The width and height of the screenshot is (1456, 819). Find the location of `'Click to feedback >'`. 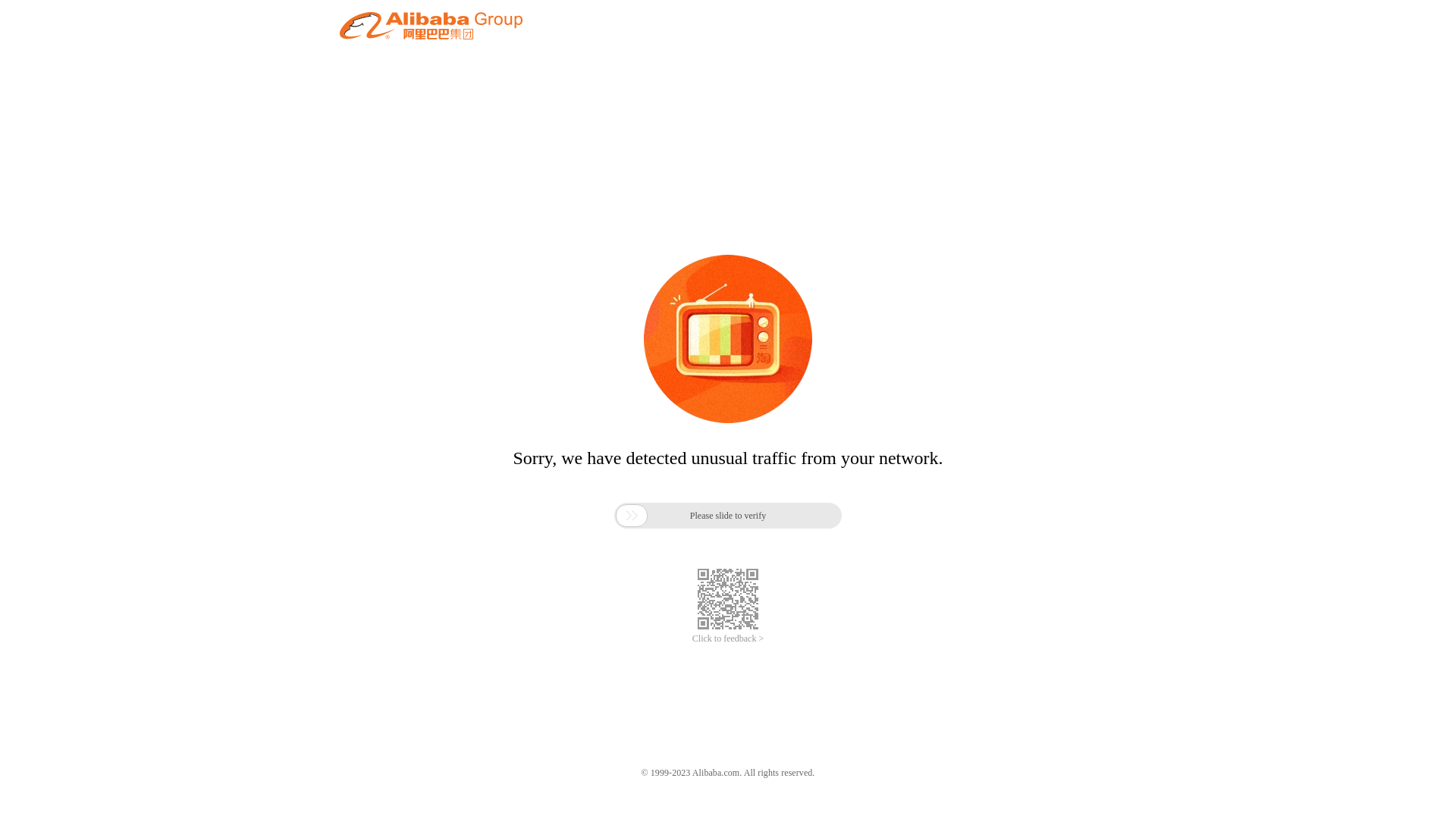

'Click to feedback >' is located at coordinates (728, 639).